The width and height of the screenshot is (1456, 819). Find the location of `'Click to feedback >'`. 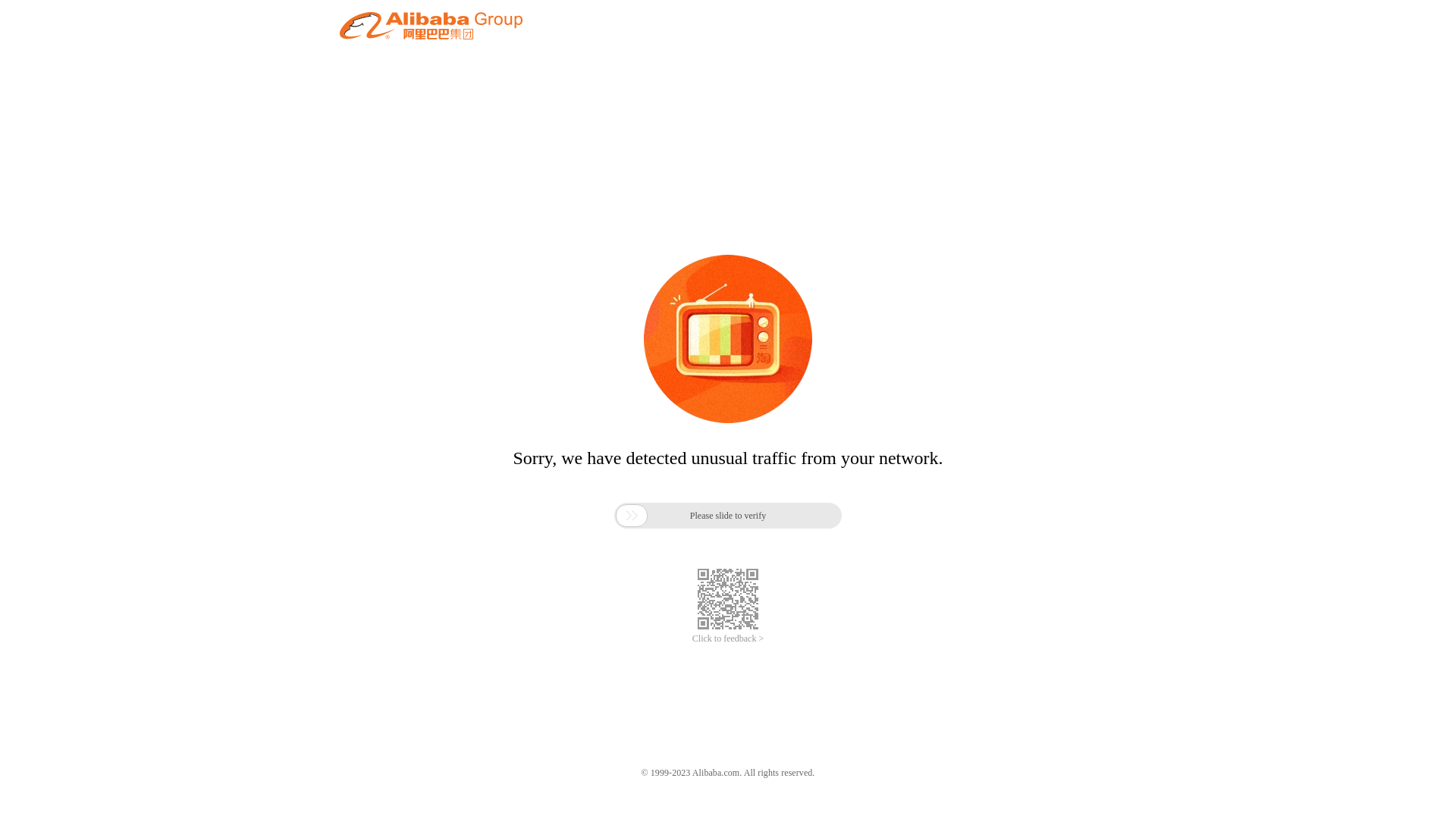

'Click to feedback >' is located at coordinates (728, 639).